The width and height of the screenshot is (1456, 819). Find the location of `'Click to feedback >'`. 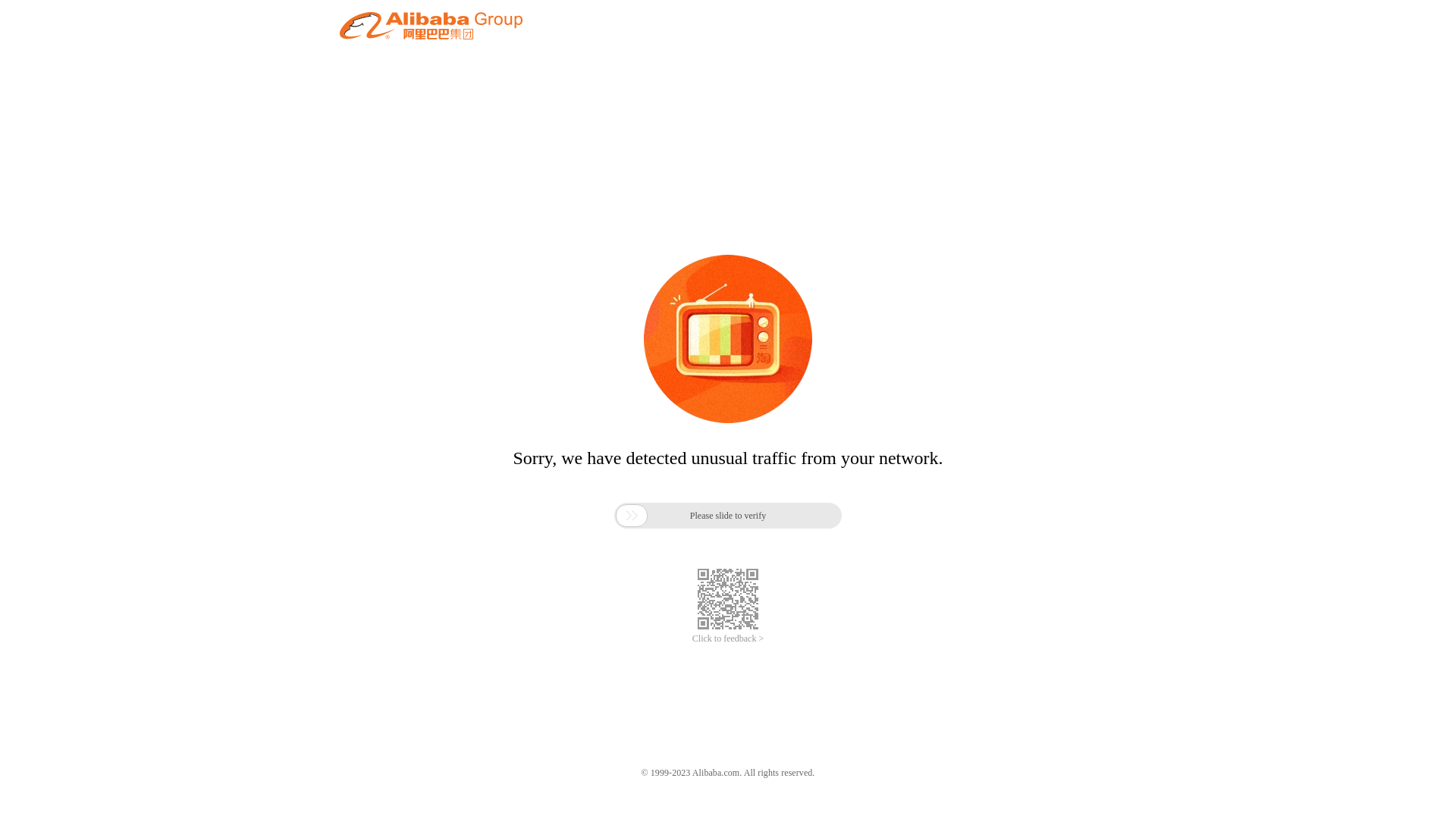

'Click to feedback >' is located at coordinates (728, 639).